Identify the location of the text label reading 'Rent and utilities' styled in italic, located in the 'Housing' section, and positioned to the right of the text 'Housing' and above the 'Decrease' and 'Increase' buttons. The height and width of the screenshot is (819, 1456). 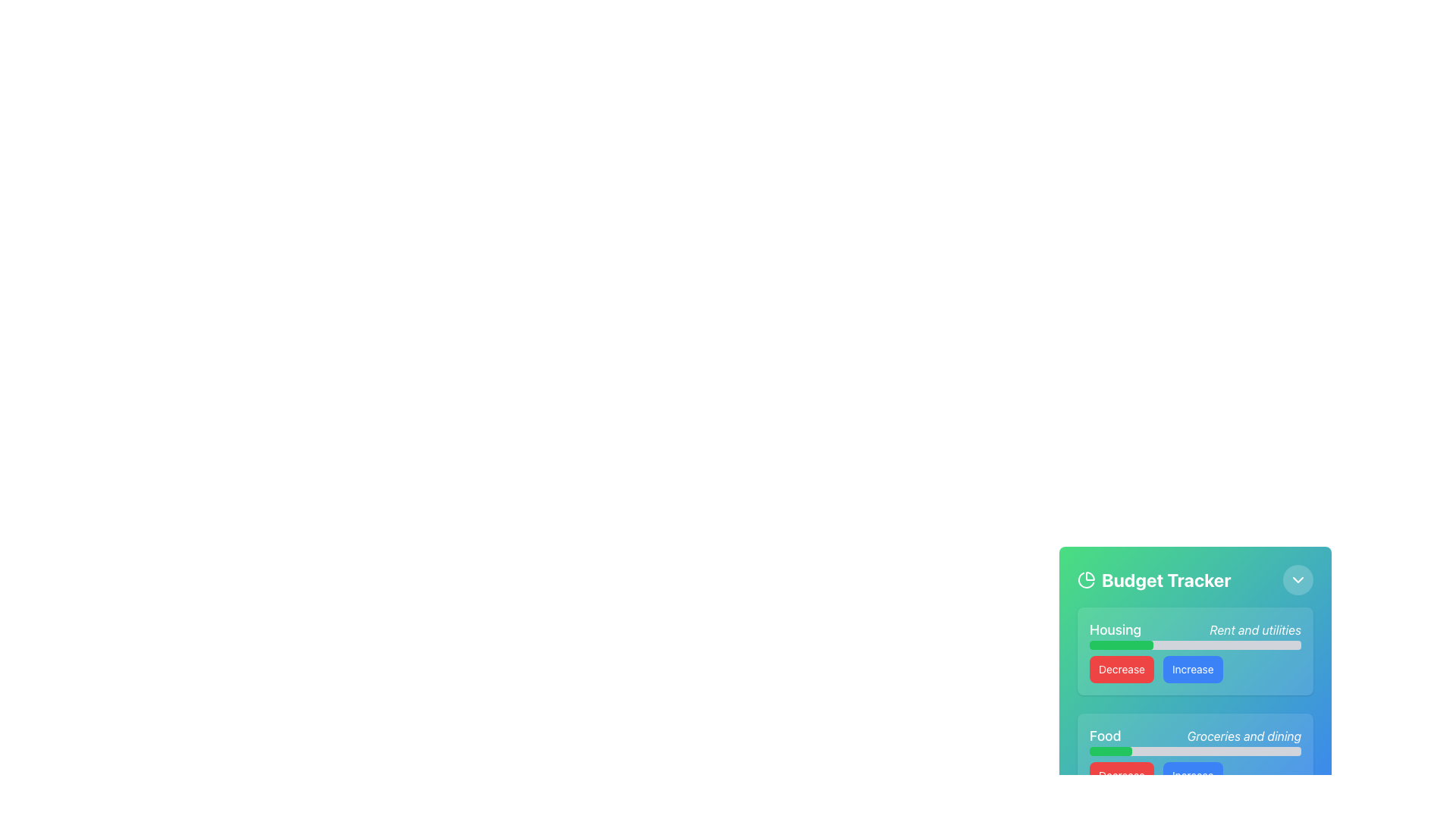
(1255, 629).